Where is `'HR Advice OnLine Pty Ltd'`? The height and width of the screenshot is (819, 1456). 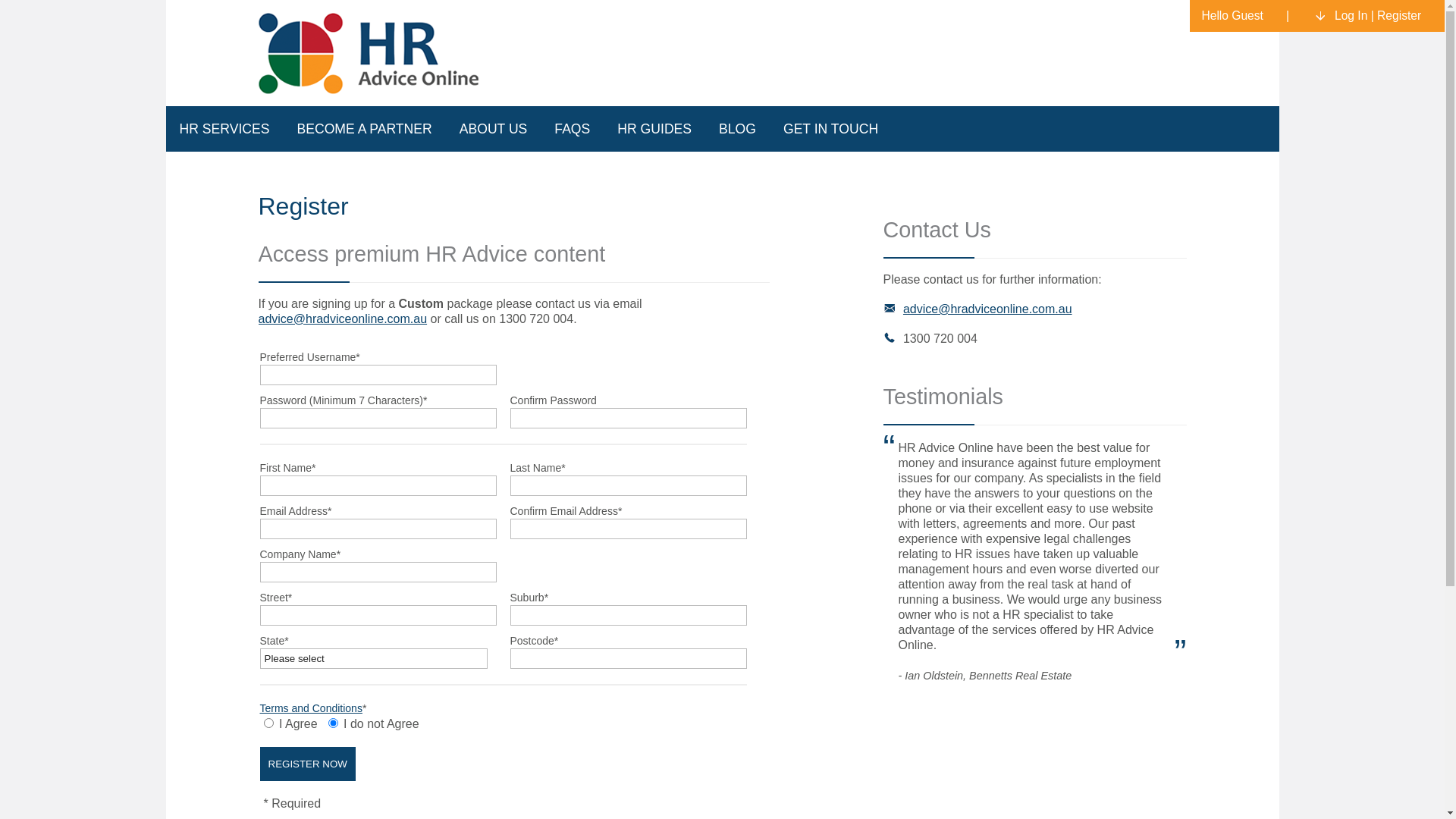 'HR Advice OnLine Pty Ltd' is located at coordinates (371, 52).